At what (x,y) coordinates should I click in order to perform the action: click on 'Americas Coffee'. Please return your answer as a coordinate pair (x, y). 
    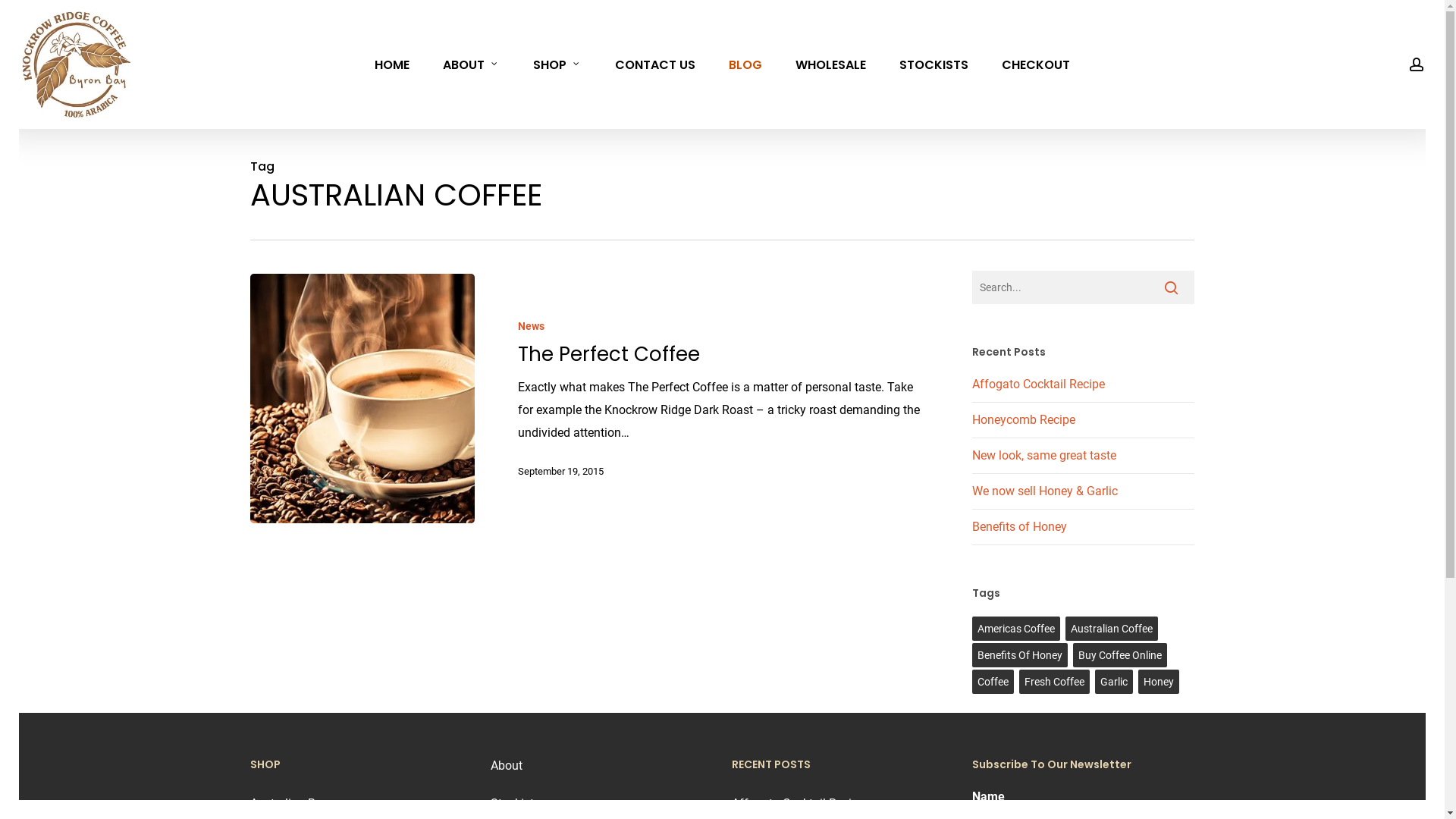
    Looking at the image, I should click on (1015, 629).